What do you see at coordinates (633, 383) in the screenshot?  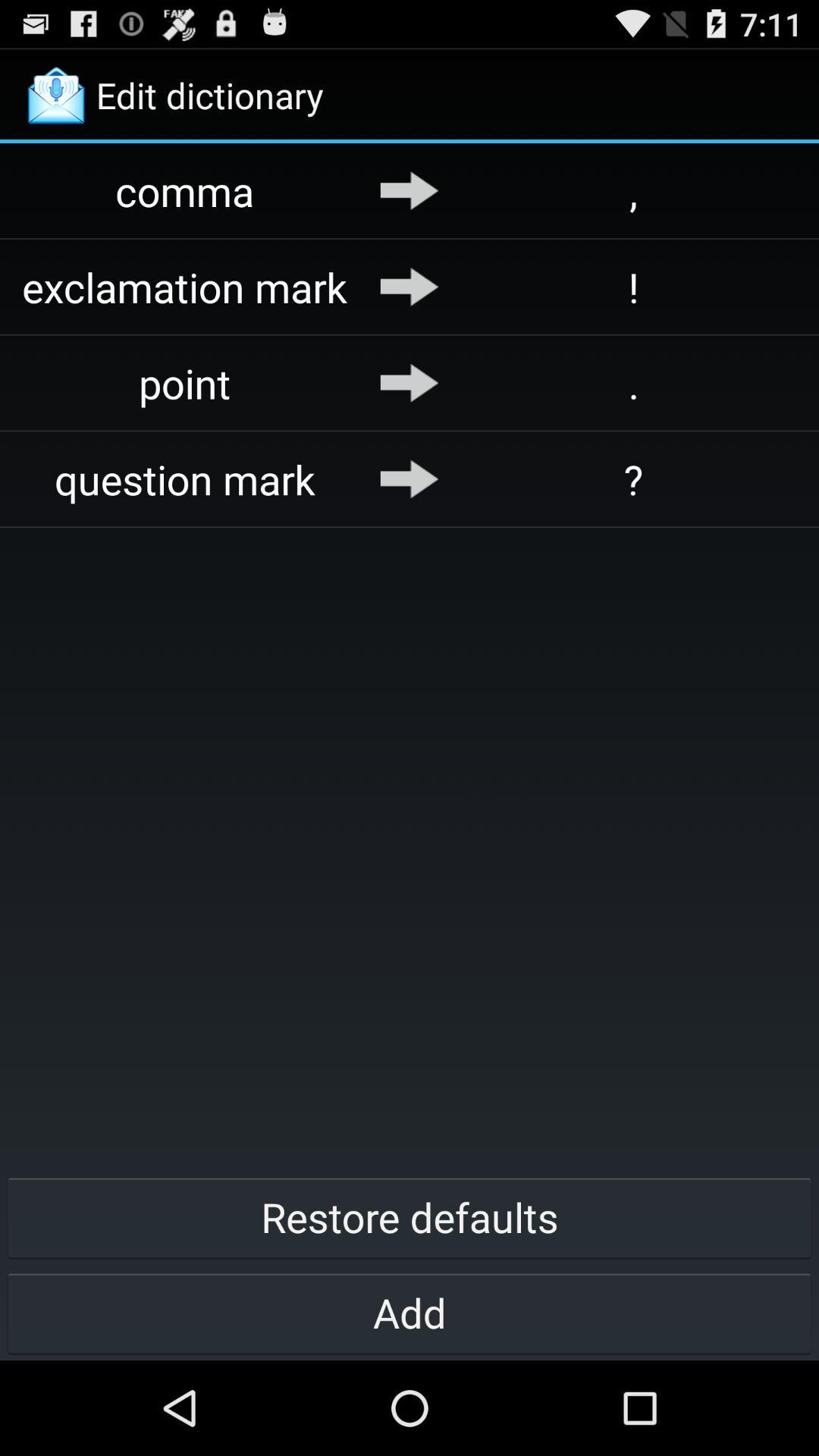 I see `icon below ! app` at bounding box center [633, 383].